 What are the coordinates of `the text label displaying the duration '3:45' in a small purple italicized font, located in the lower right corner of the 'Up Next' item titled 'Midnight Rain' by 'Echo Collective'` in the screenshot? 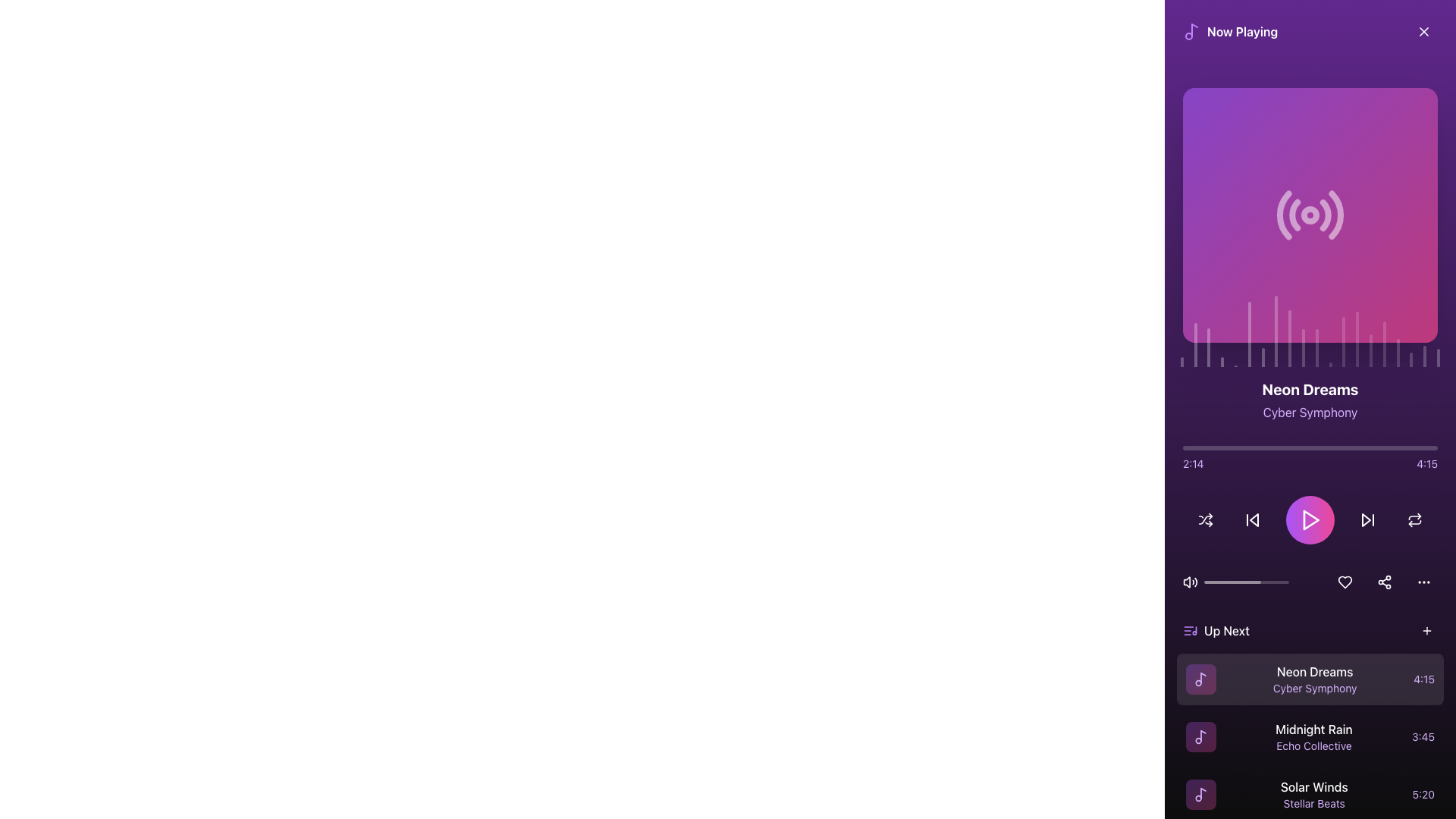 It's located at (1422, 736).